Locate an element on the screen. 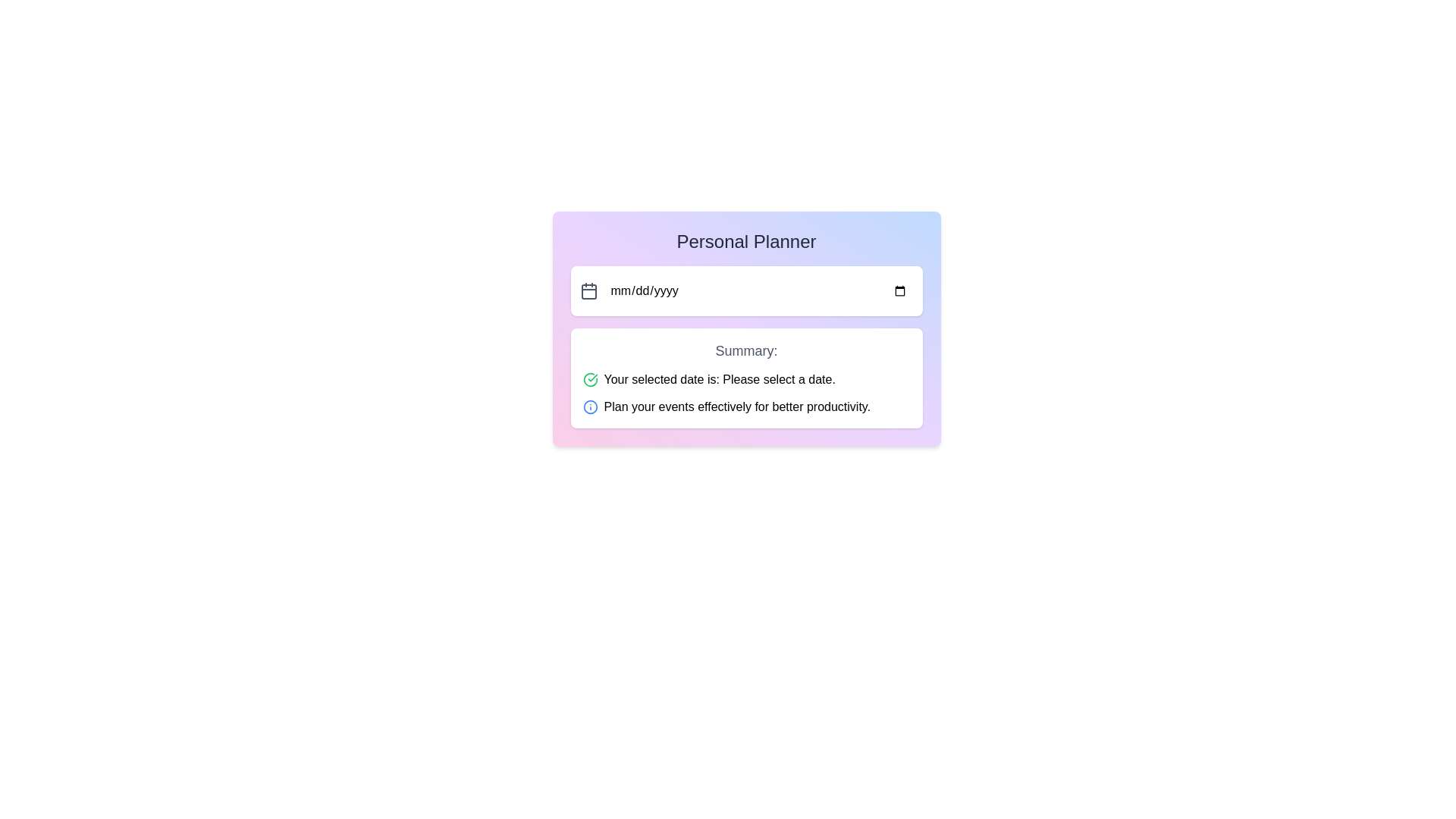 This screenshot has height=819, width=1456. static text label that summarizes the user's selected date, located in the lower section of the interface, second to the right of a green checkmark icon is located at coordinates (719, 379).